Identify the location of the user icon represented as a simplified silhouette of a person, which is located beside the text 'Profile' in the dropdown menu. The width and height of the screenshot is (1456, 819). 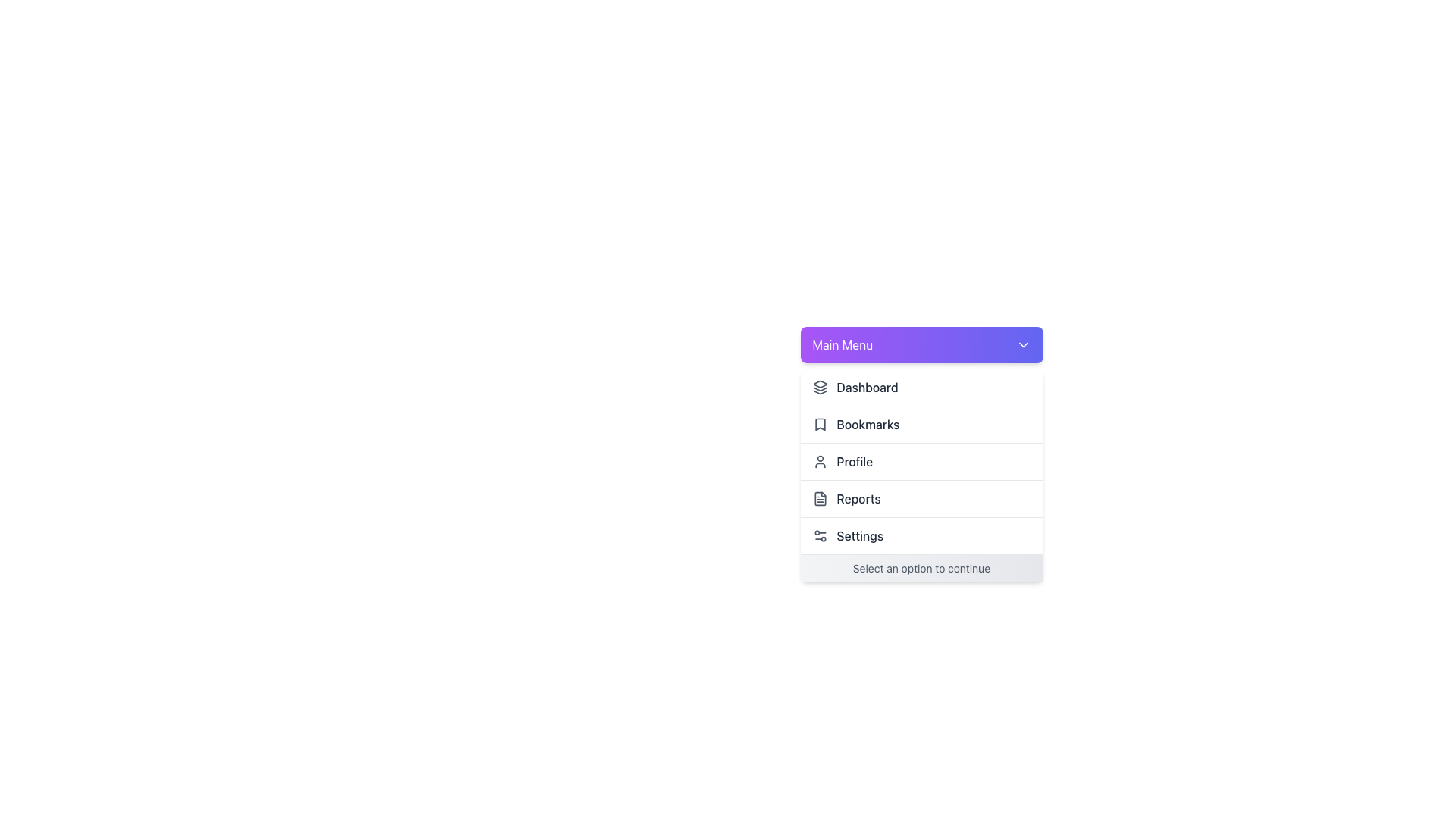
(819, 461).